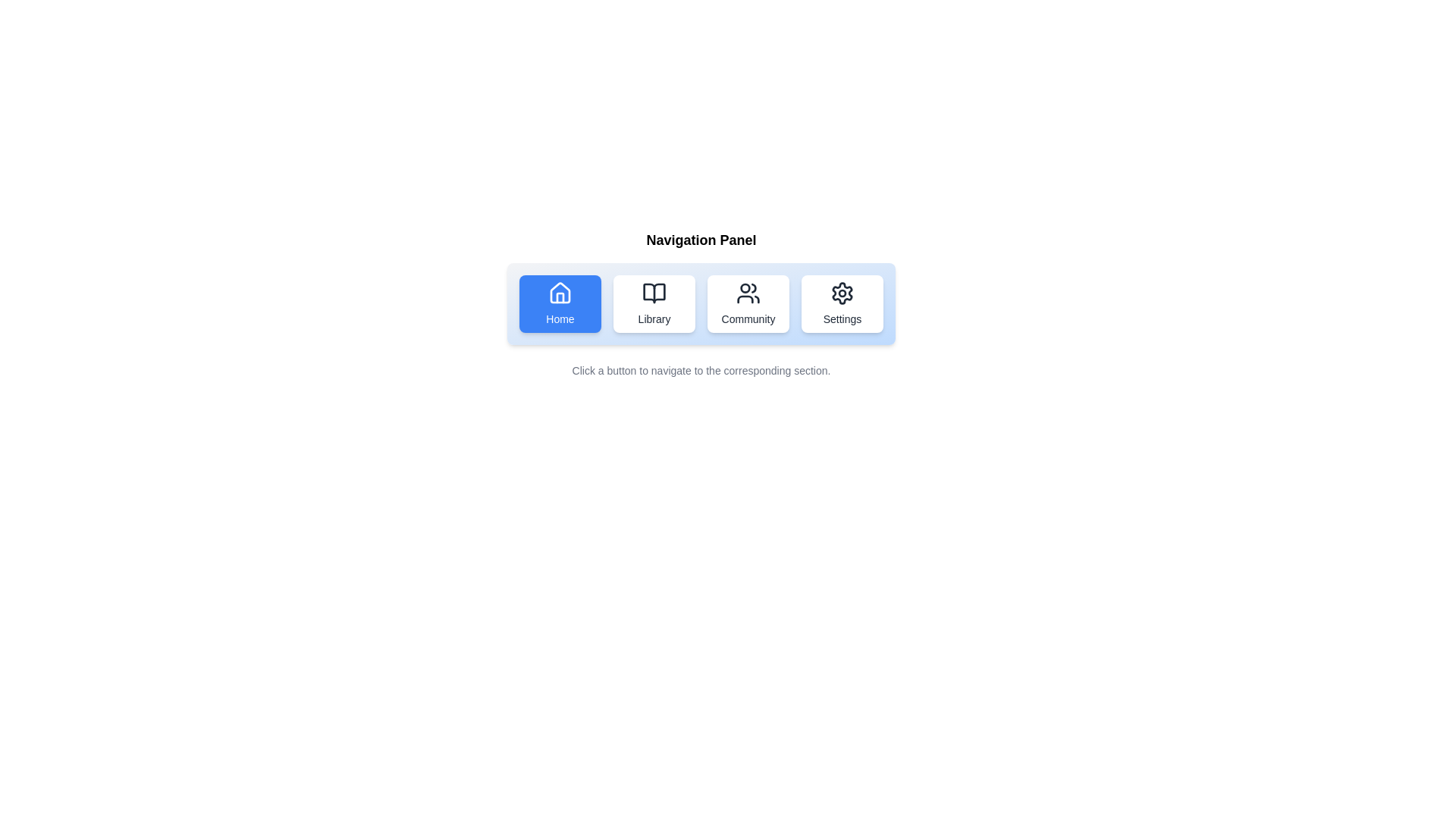 The image size is (1456, 819). What do you see at coordinates (654, 293) in the screenshot?
I see `the 'Library' button icon in the navigation panel, which visually represents a library or book-related concept` at bounding box center [654, 293].